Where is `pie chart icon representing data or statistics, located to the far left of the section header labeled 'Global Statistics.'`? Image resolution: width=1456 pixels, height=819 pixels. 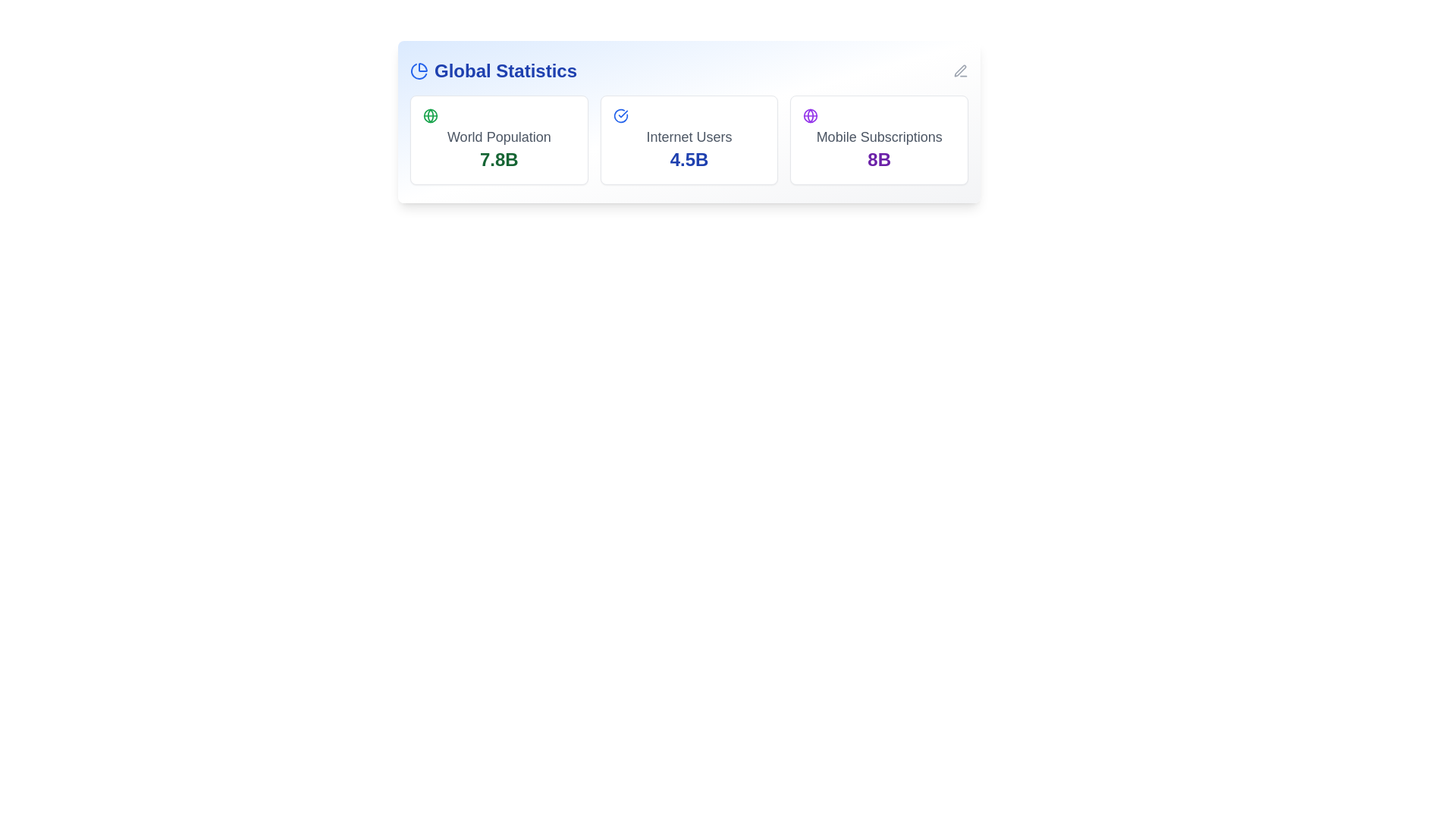 pie chart icon representing data or statistics, located to the far left of the section header labeled 'Global Statistics.' is located at coordinates (419, 71).